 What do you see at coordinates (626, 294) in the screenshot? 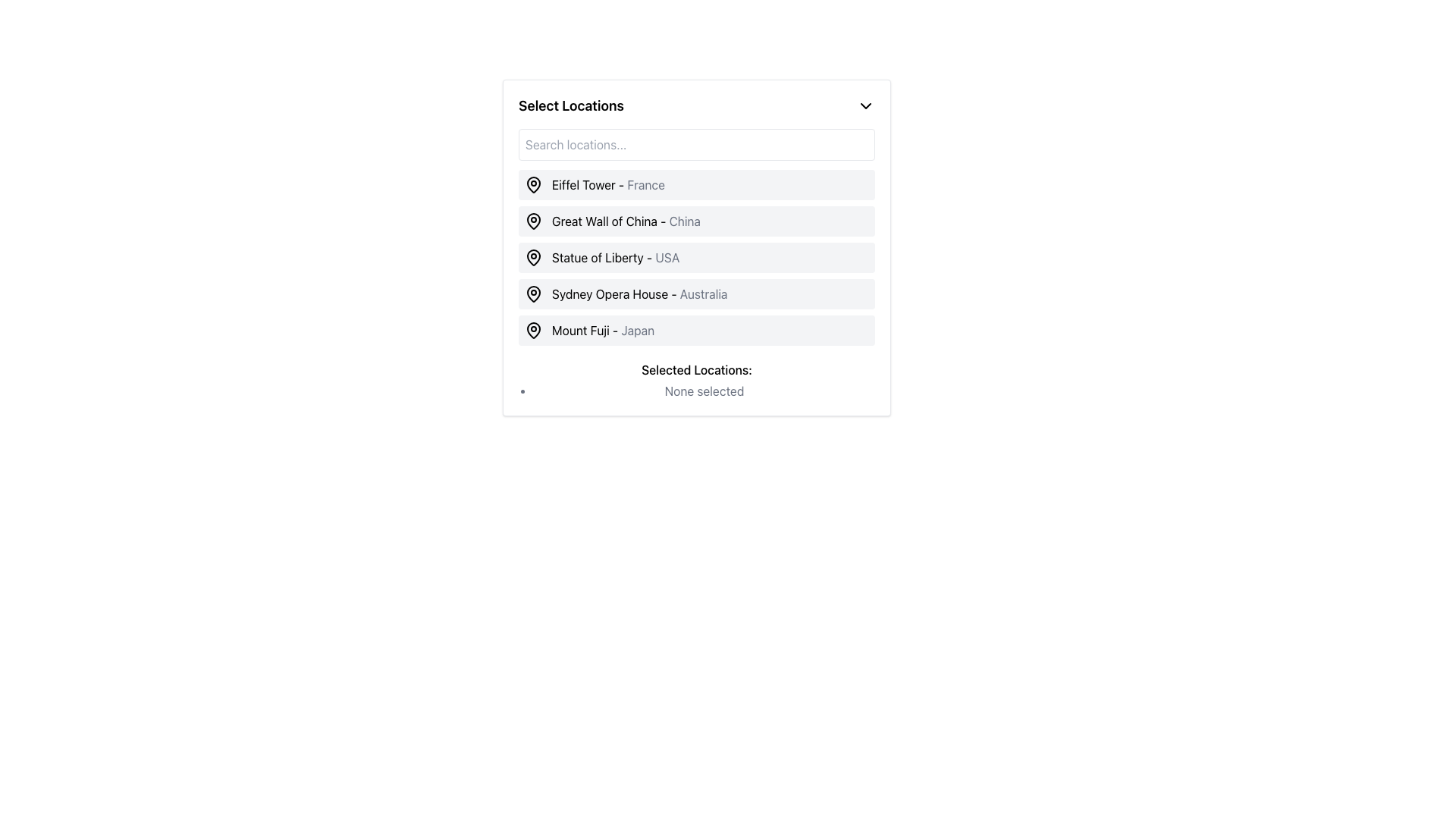
I see `the list item representing the Sydney Opera House, which is the fourth item in a vertical list of selectable locations` at bounding box center [626, 294].